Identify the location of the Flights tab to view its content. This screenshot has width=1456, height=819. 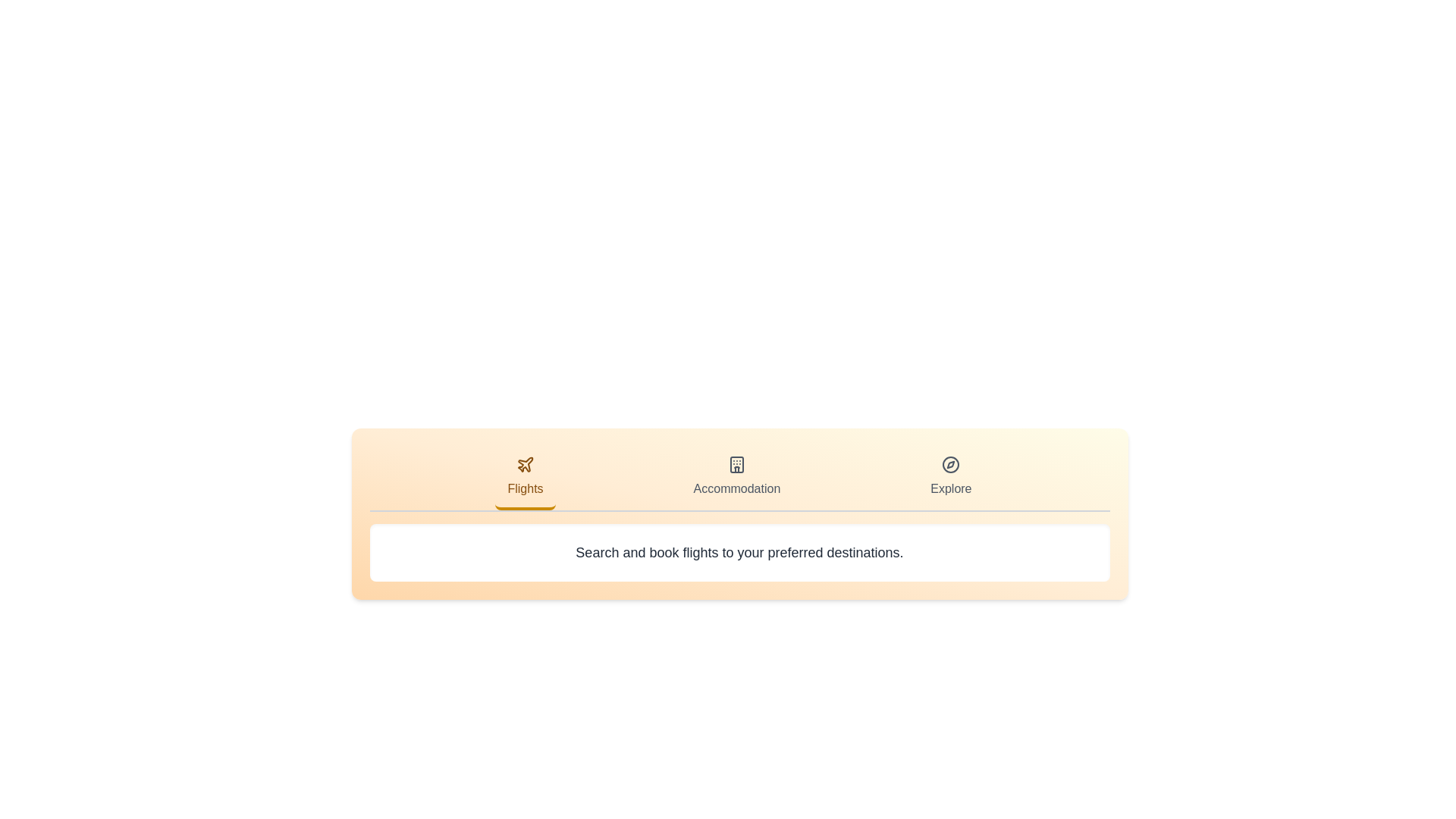
(525, 479).